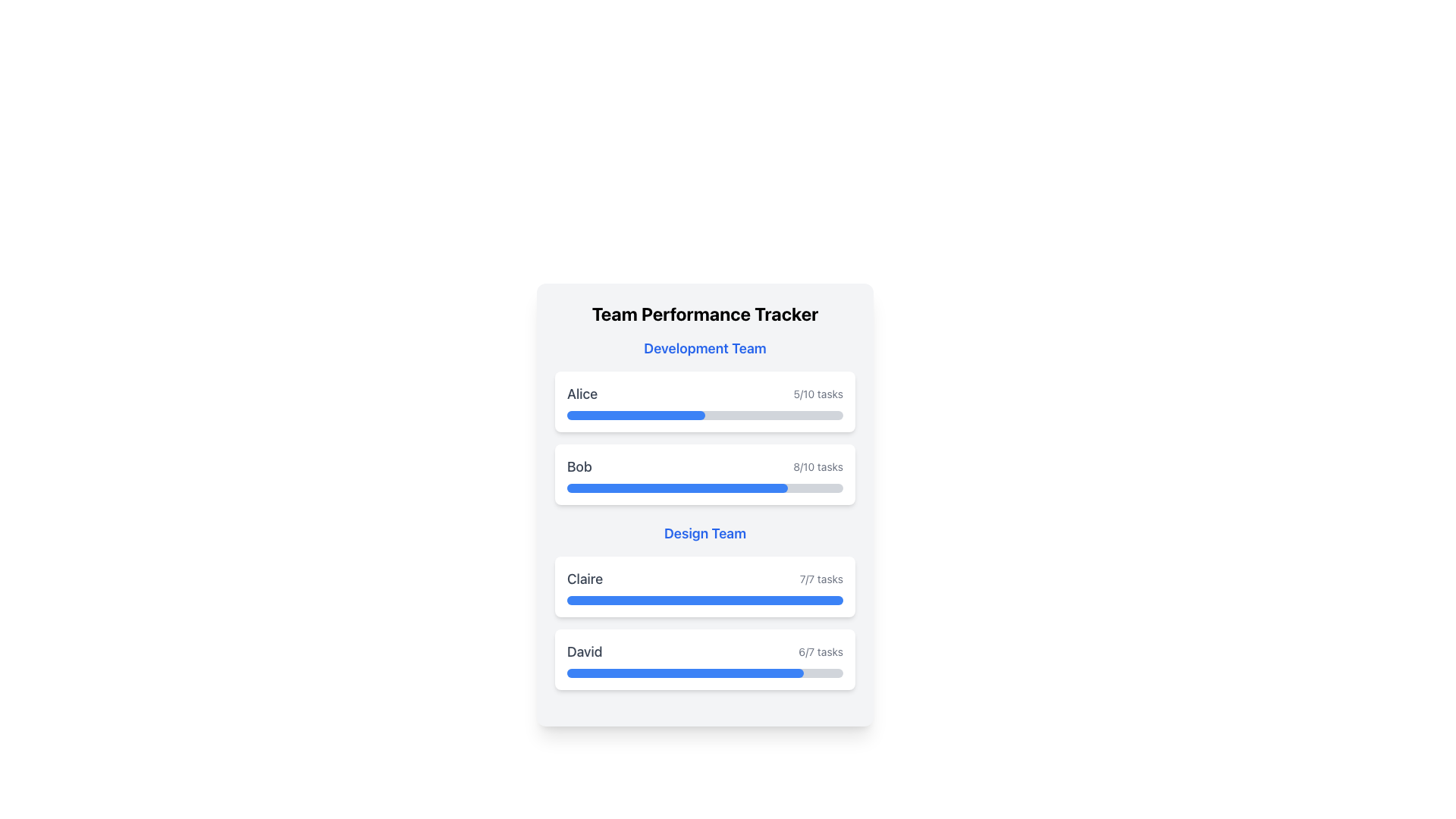 Image resolution: width=1456 pixels, height=819 pixels. I want to click on the progress bar at the bottom of David's task card, which indicates the completion of tasks with a blue and gray visual representation, so click(704, 672).